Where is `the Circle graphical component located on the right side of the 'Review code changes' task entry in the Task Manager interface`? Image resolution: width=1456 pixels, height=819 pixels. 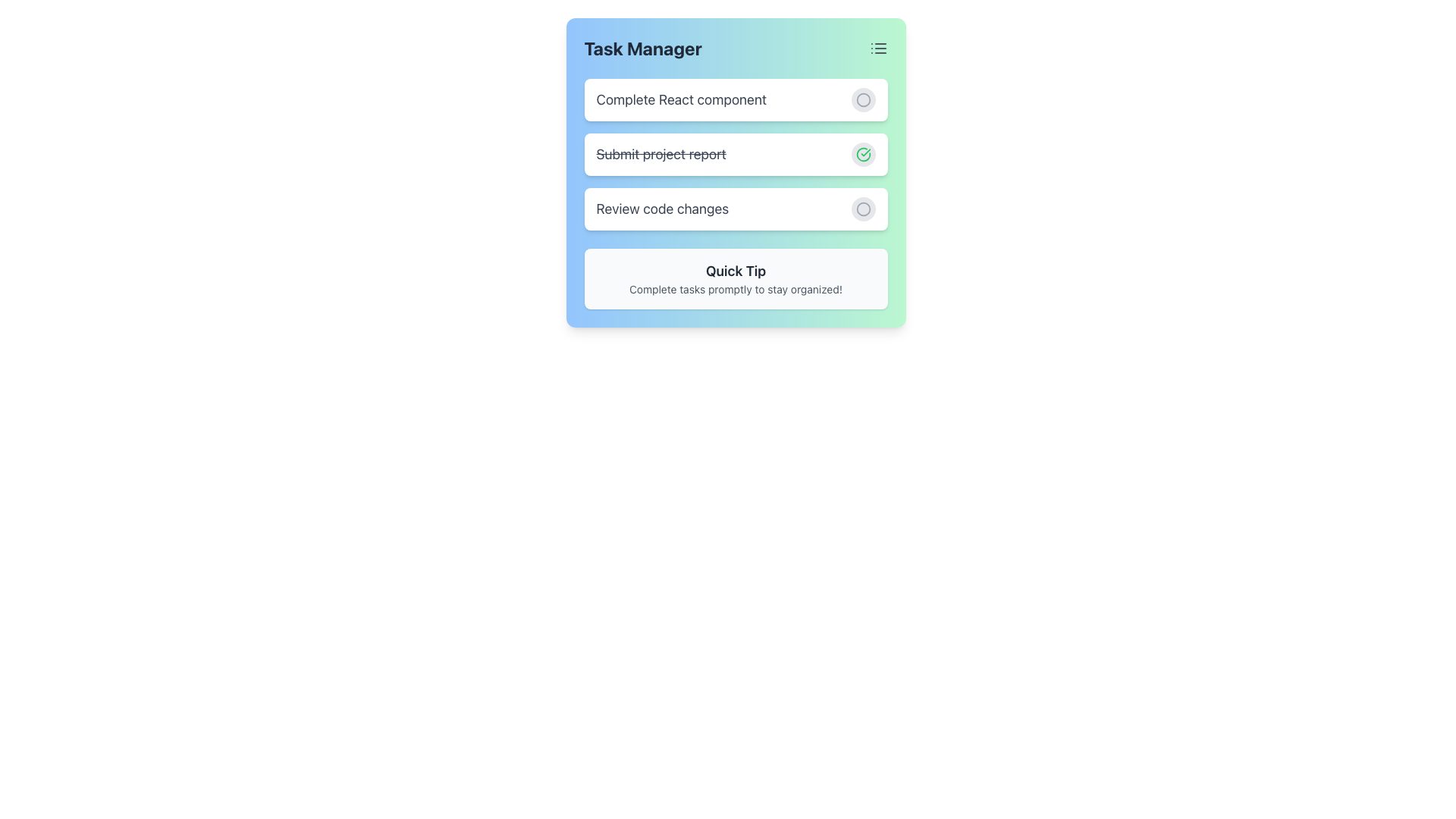
the Circle graphical component located on the right side of the 'Review code changes' task entry in the Task Manager interface is located at coordinates (863, 209).